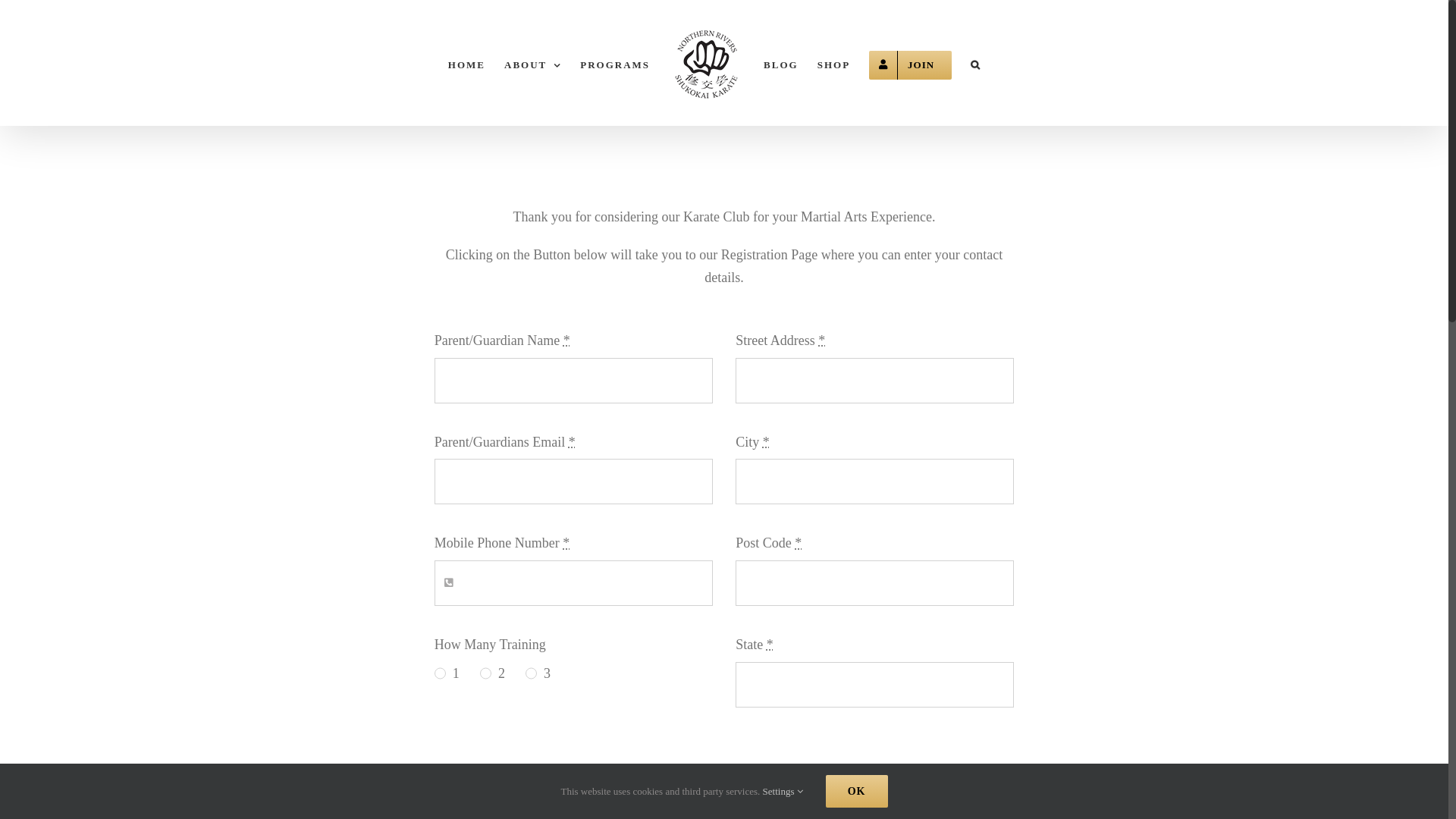 Image resolution: width=1456 pixels, height=819 pixels. What do you see at coordinates (615, 62) in the screenshot?
I see `'PROGRAMS'` at bounding box center [615, 62].